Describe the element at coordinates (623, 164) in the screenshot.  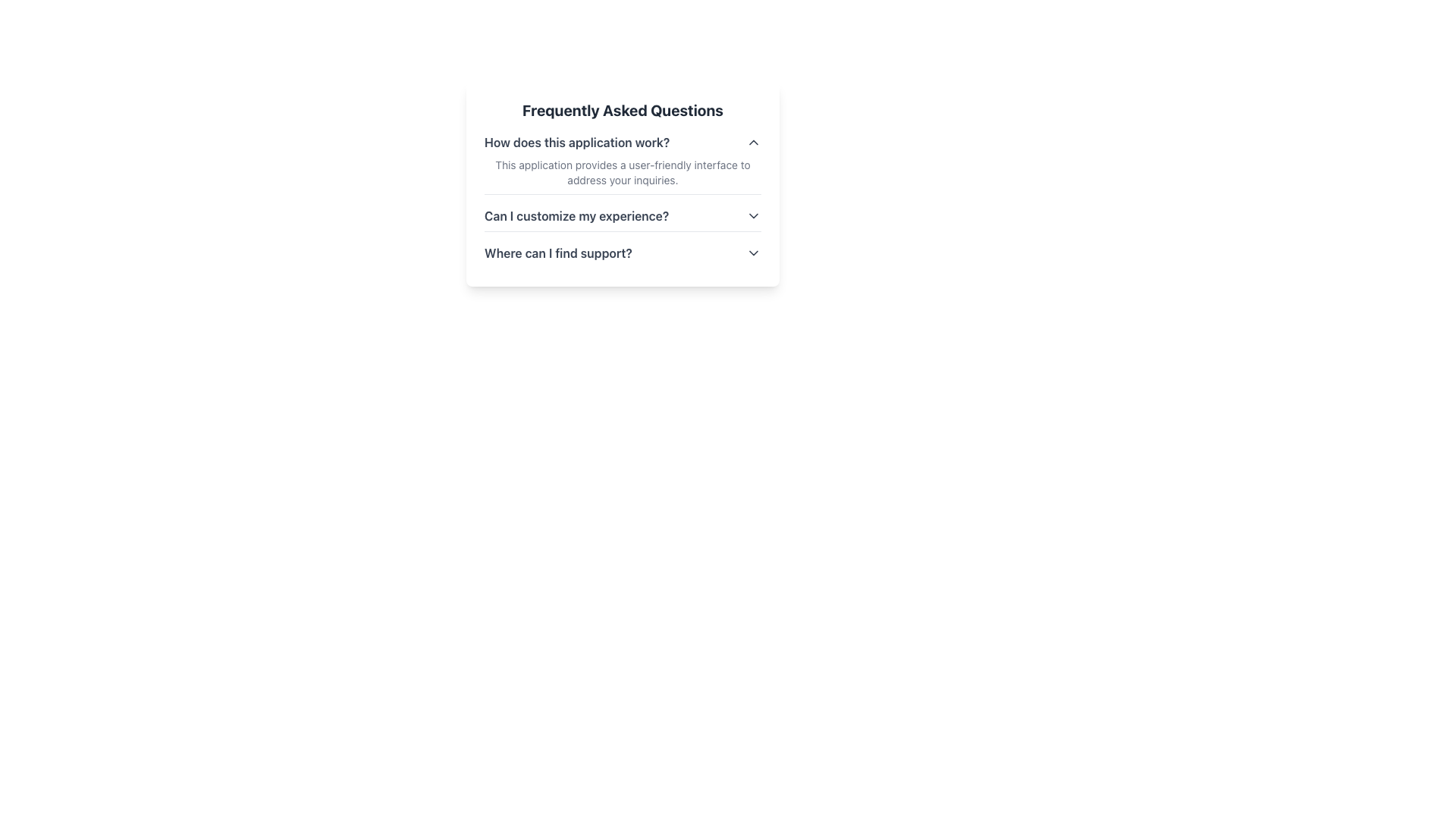
I see `the answer text of the first collapsible question and answer item about 'How does this application work?' located under 'Frequently Asked Questions'` at that location.